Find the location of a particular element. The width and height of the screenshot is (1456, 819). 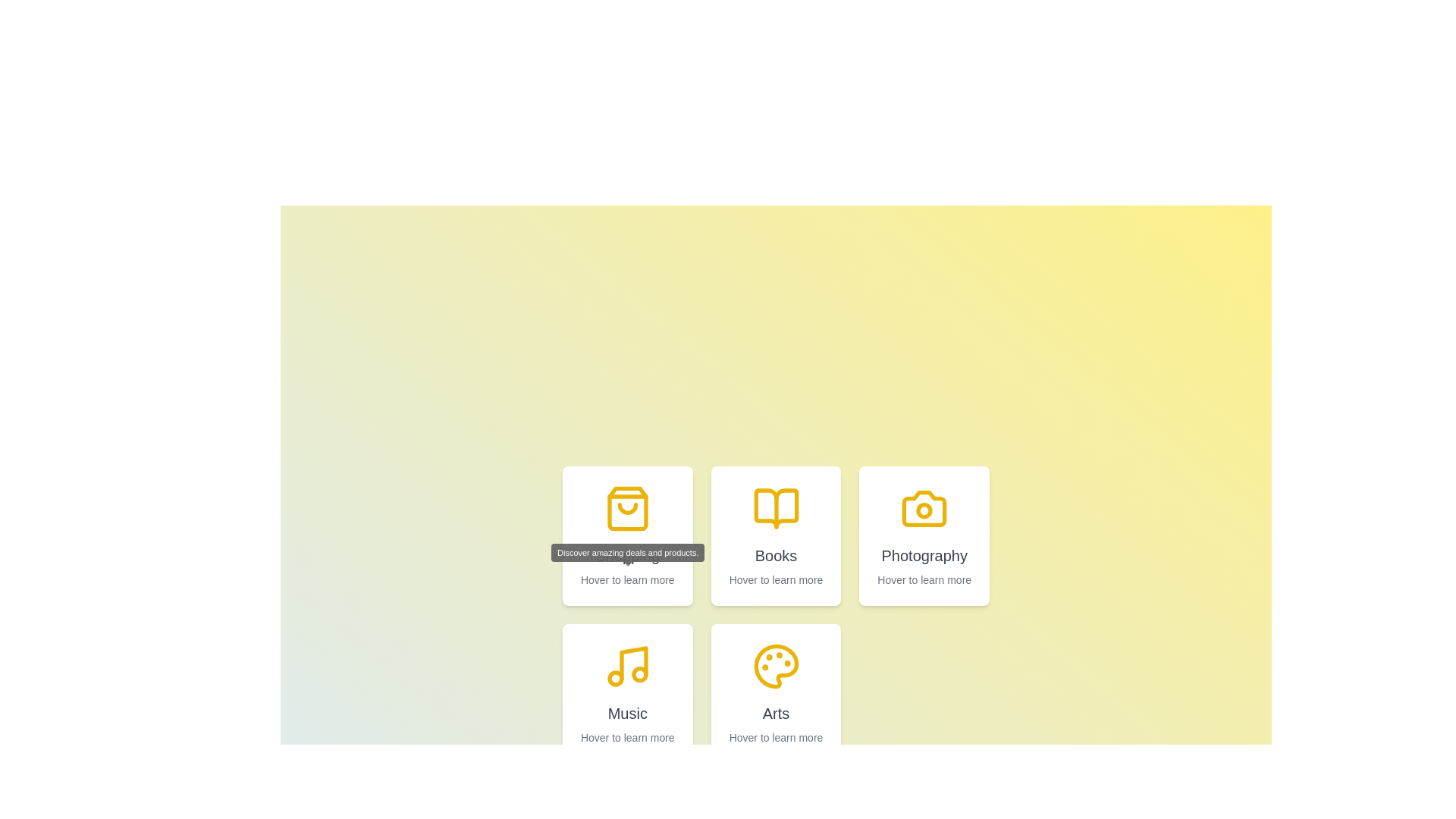

the second card in the first row, which features a white background, rounded corners, a yellow open book icon, and the text 'Books' is located at coordinates (776, 535).